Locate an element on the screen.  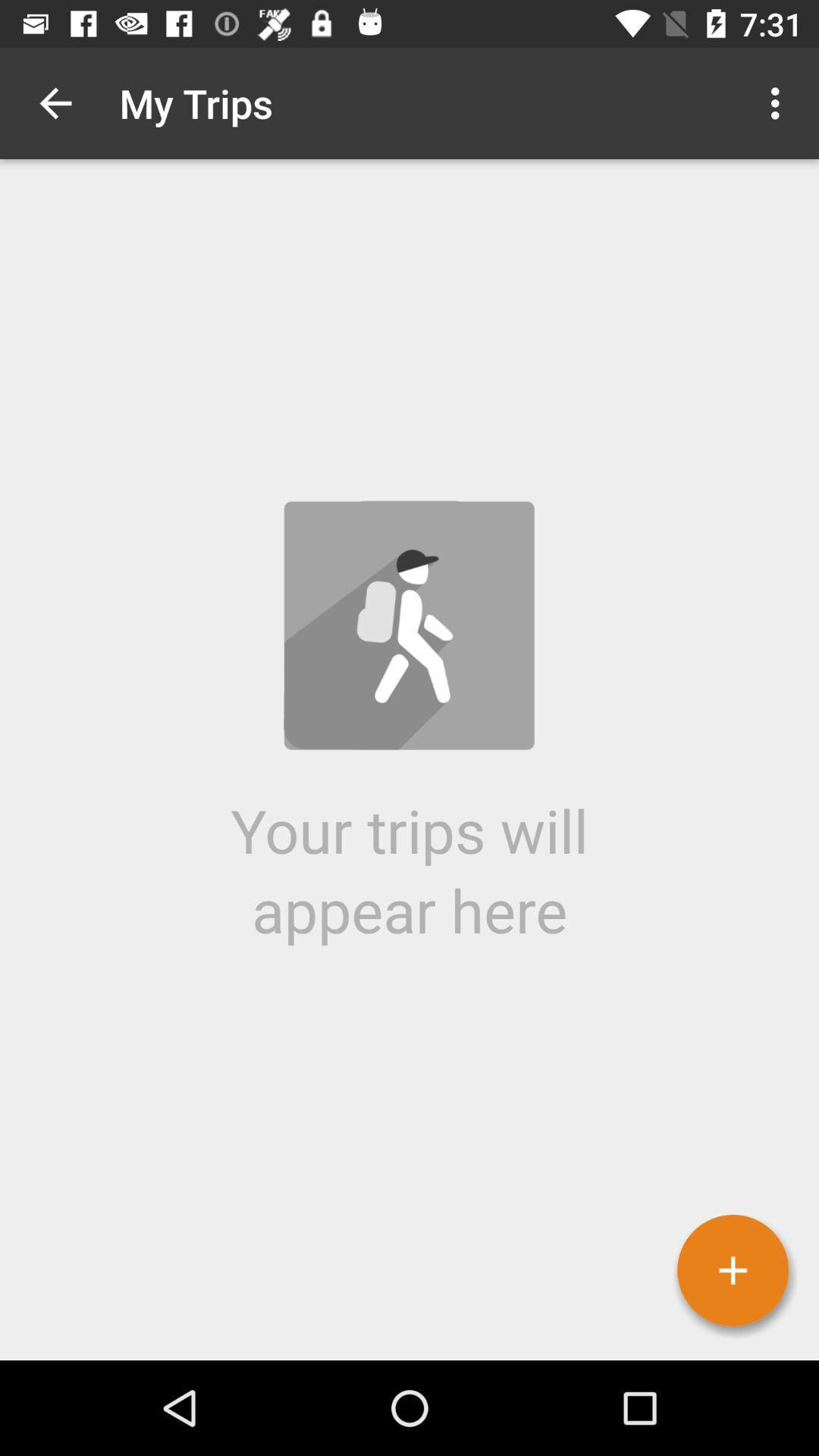
item to the right of my trips icon is located at coordinates (779, 102).